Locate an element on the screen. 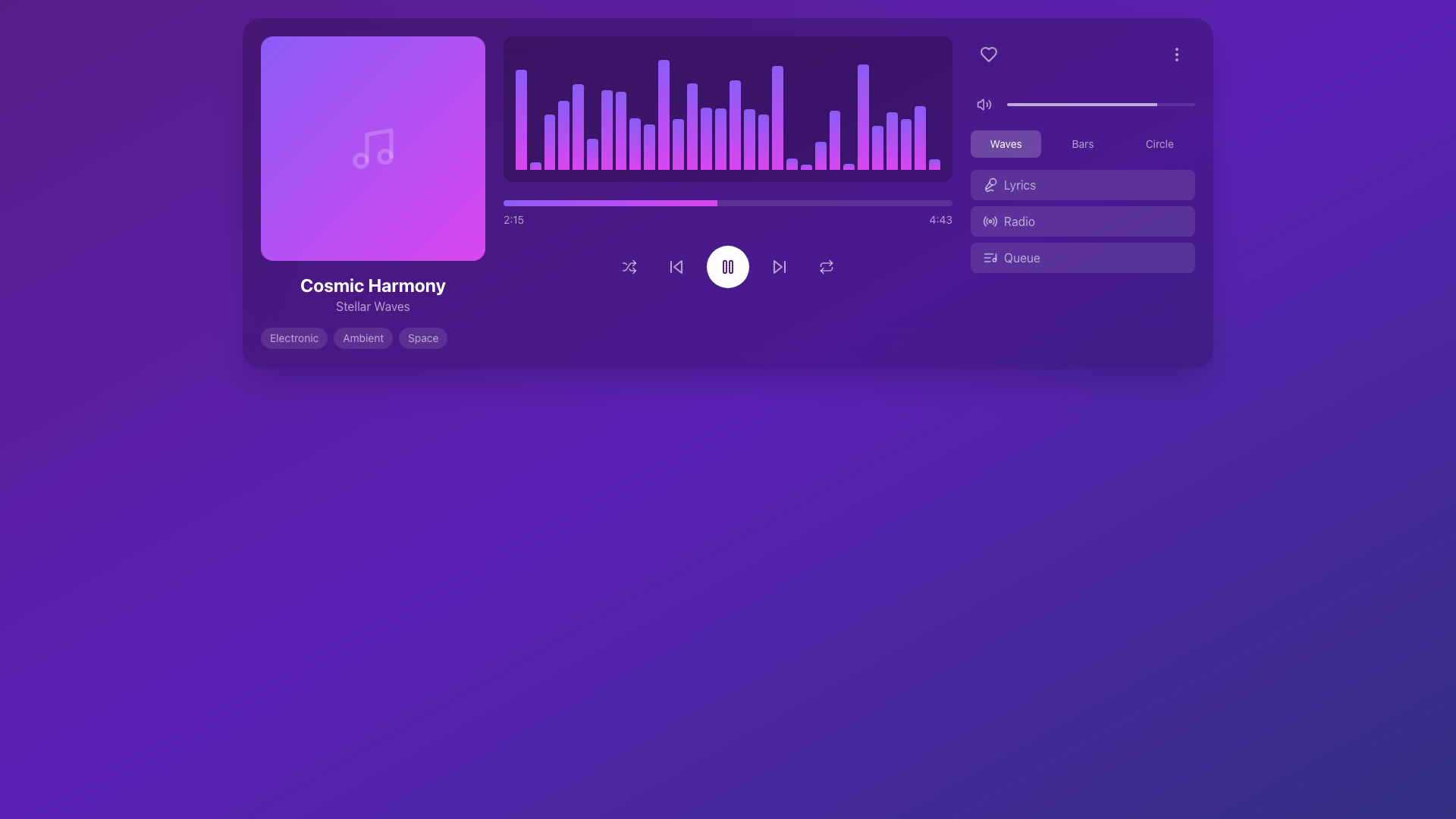 The height and width of the screenshot is (819, 1456). the 15th vertical bar in the music visualization graph that represents audio amplitude or frequency levels is located at coordinates (720, 139).